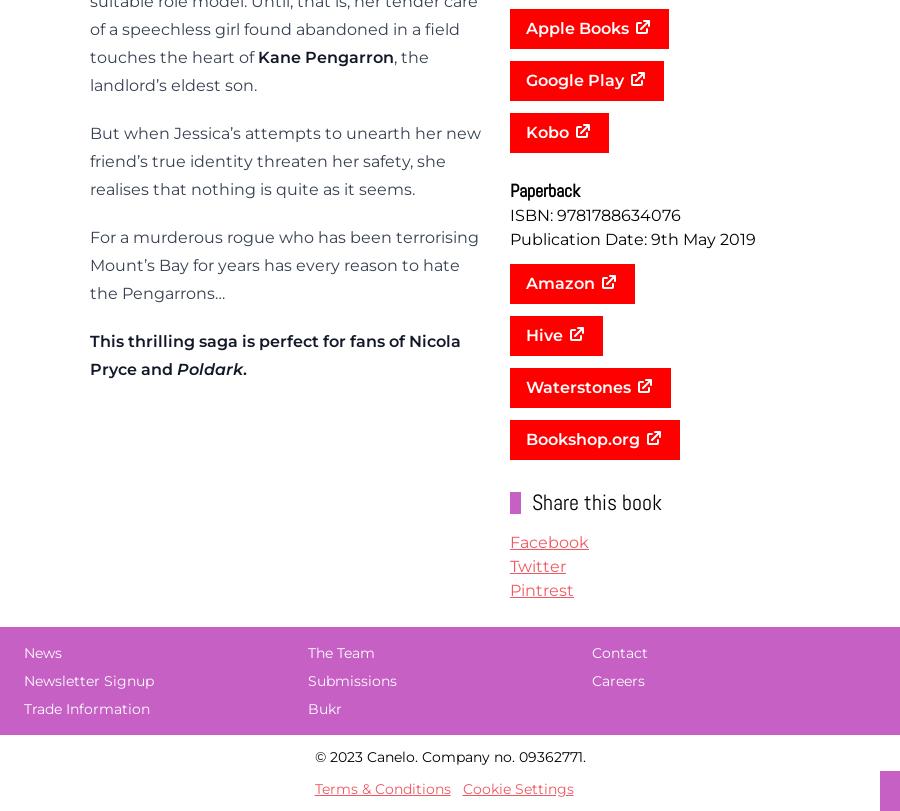 The height and width of the screenshot is (811, 900). I want to click on 'ISBN:', so click(532, 215).